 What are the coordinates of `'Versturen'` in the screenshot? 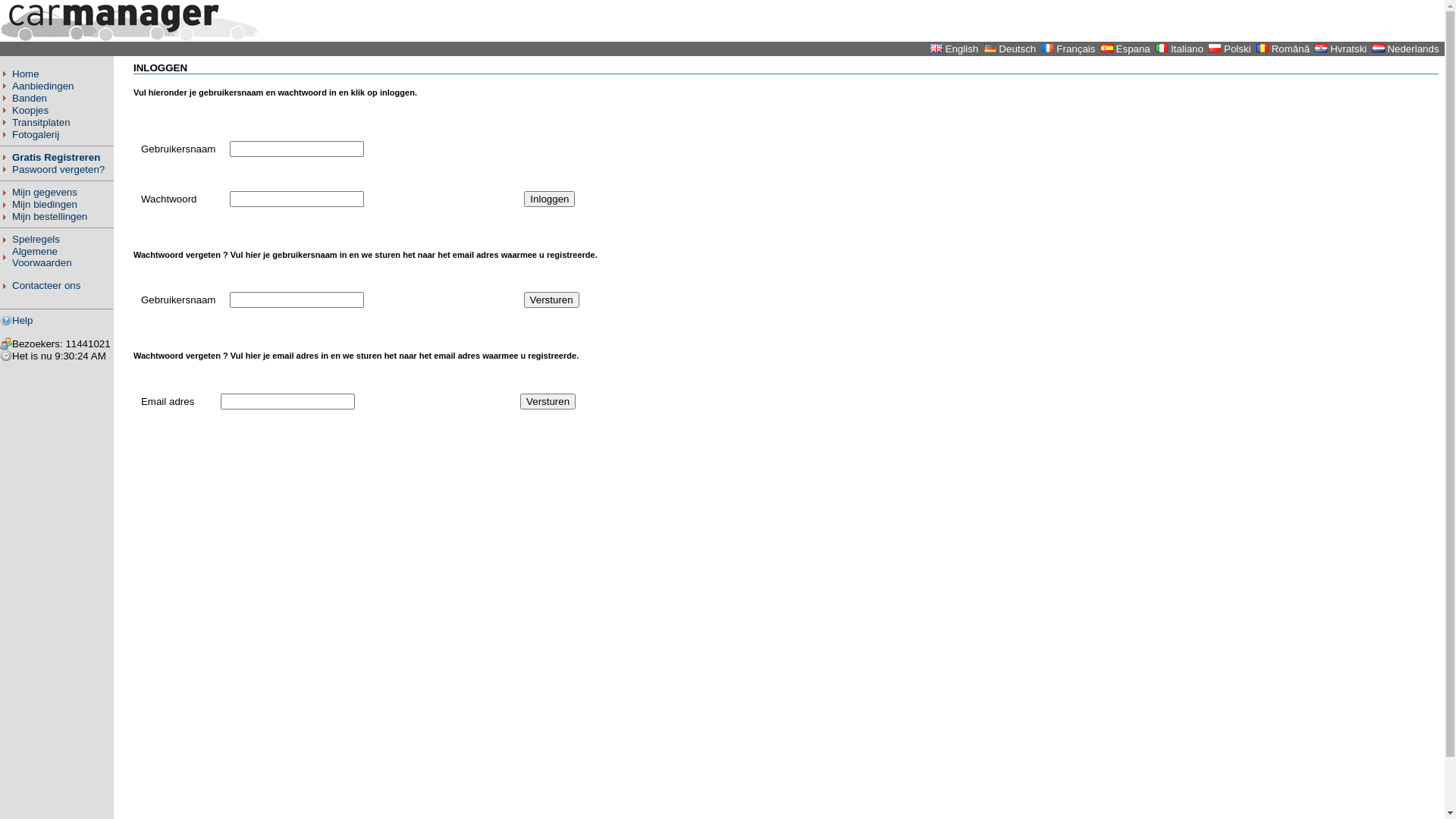 It's located at (520, 400).